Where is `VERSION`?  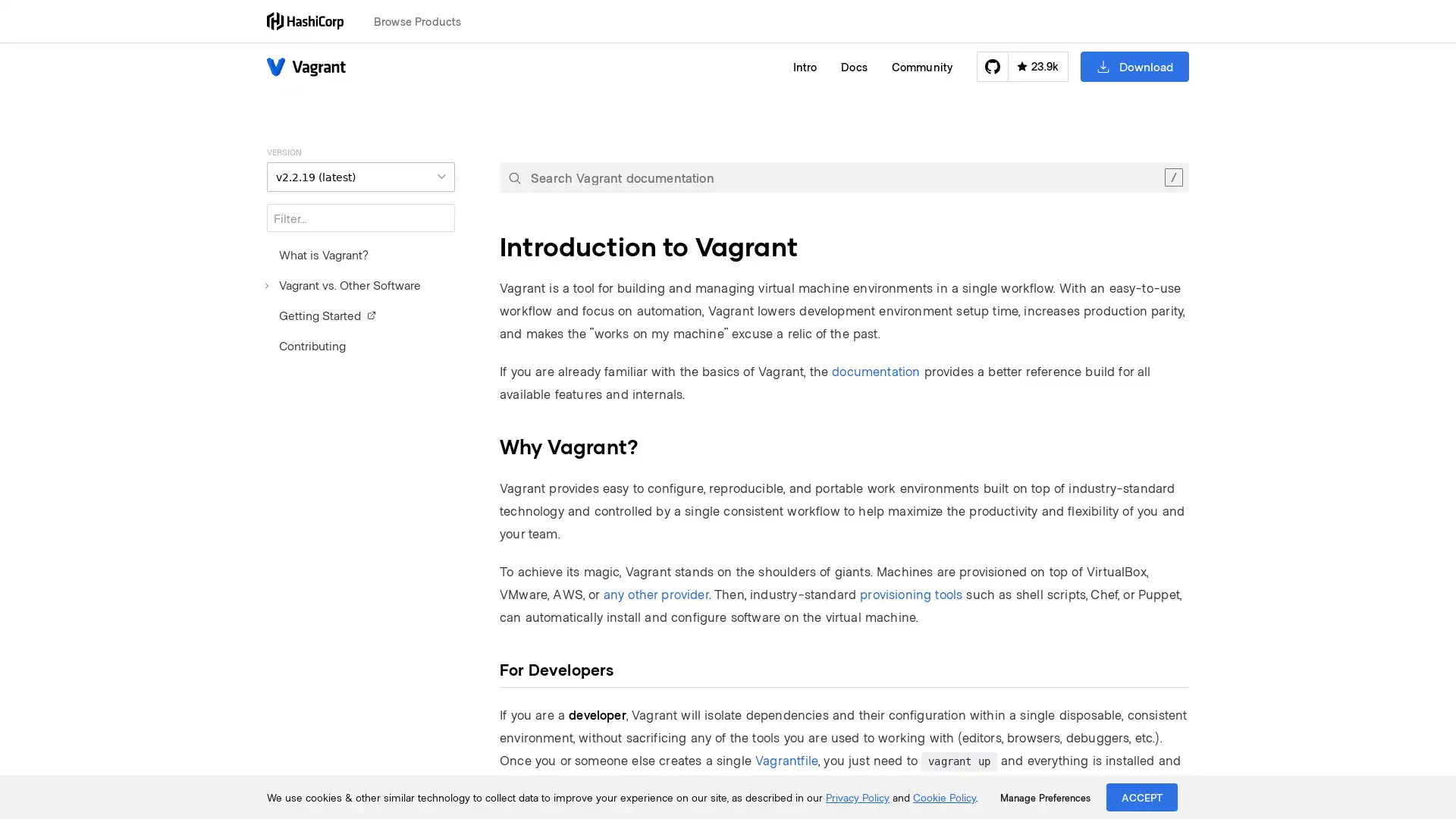
VERSION is located at coordinates (359, 176).